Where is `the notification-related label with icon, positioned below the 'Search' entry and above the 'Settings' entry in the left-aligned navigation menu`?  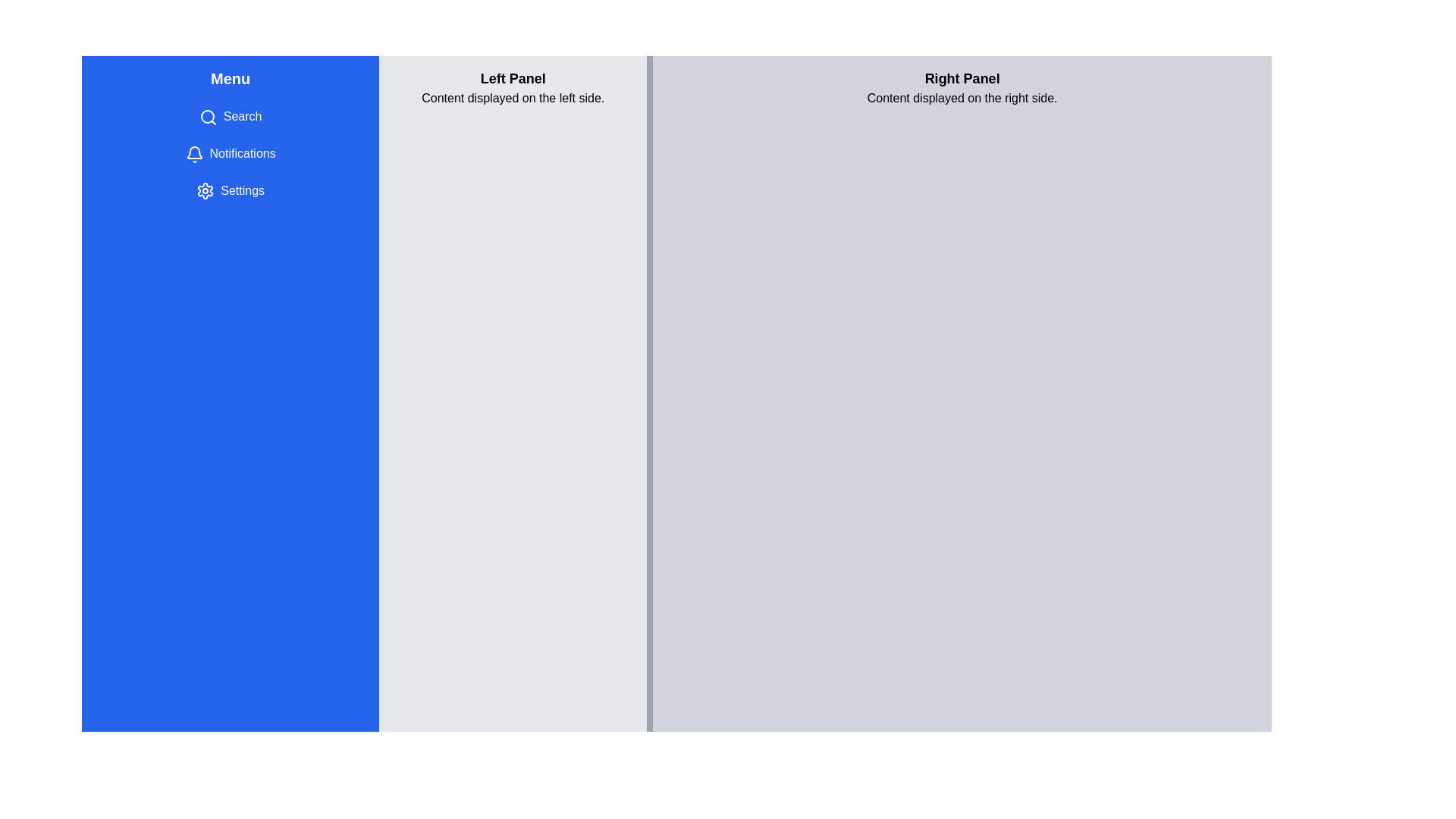 the notification-related label with icon, positioned below the 'Search' entry and above the 'Settings' entry in the left-aligned navigation menu is located at coordinates (230, 154).